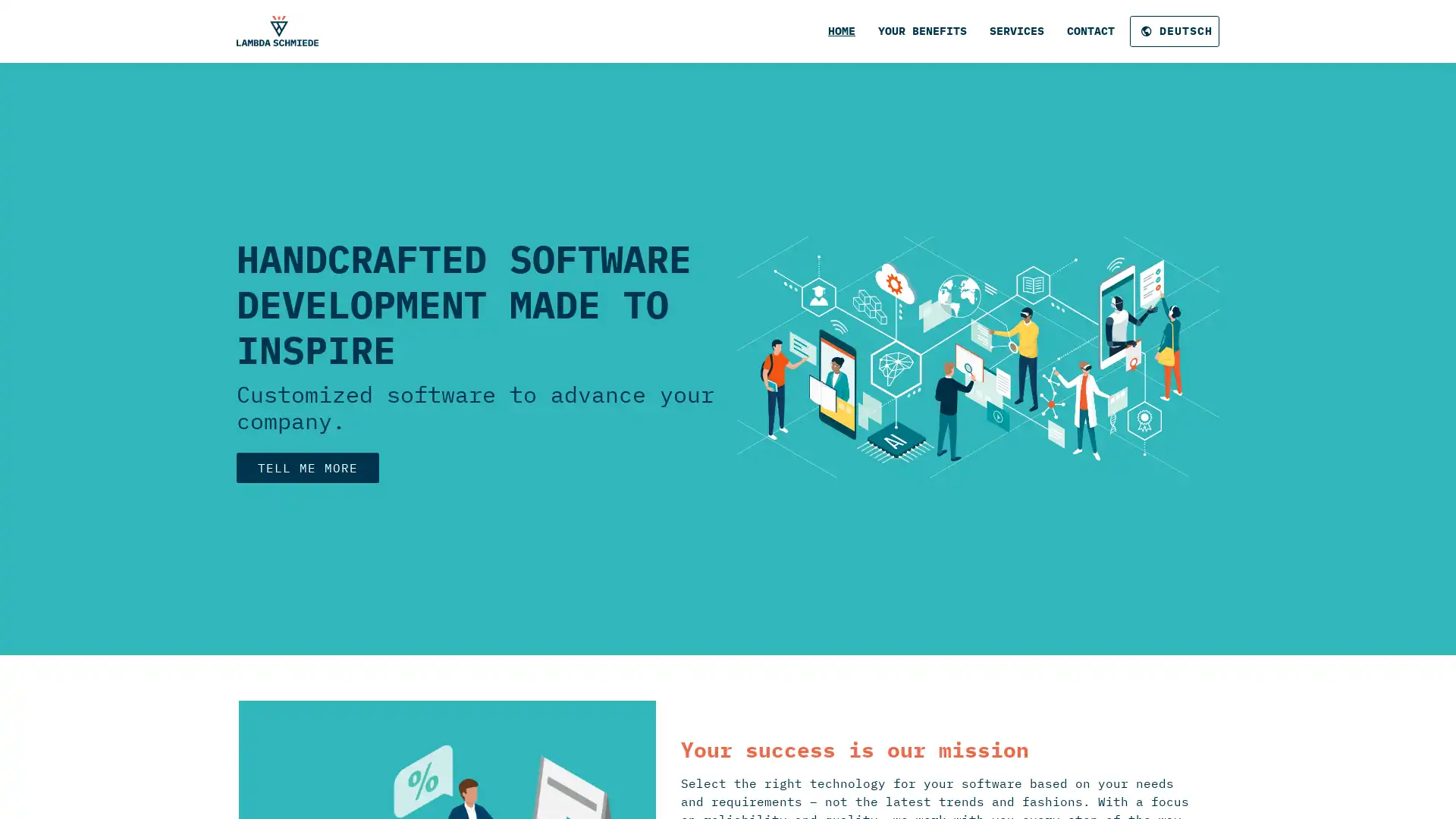 The image size is (1456, 819). Describe the element at coordinates (1174, 31) in the screenshot. I see `DEUTSCH` at that location.